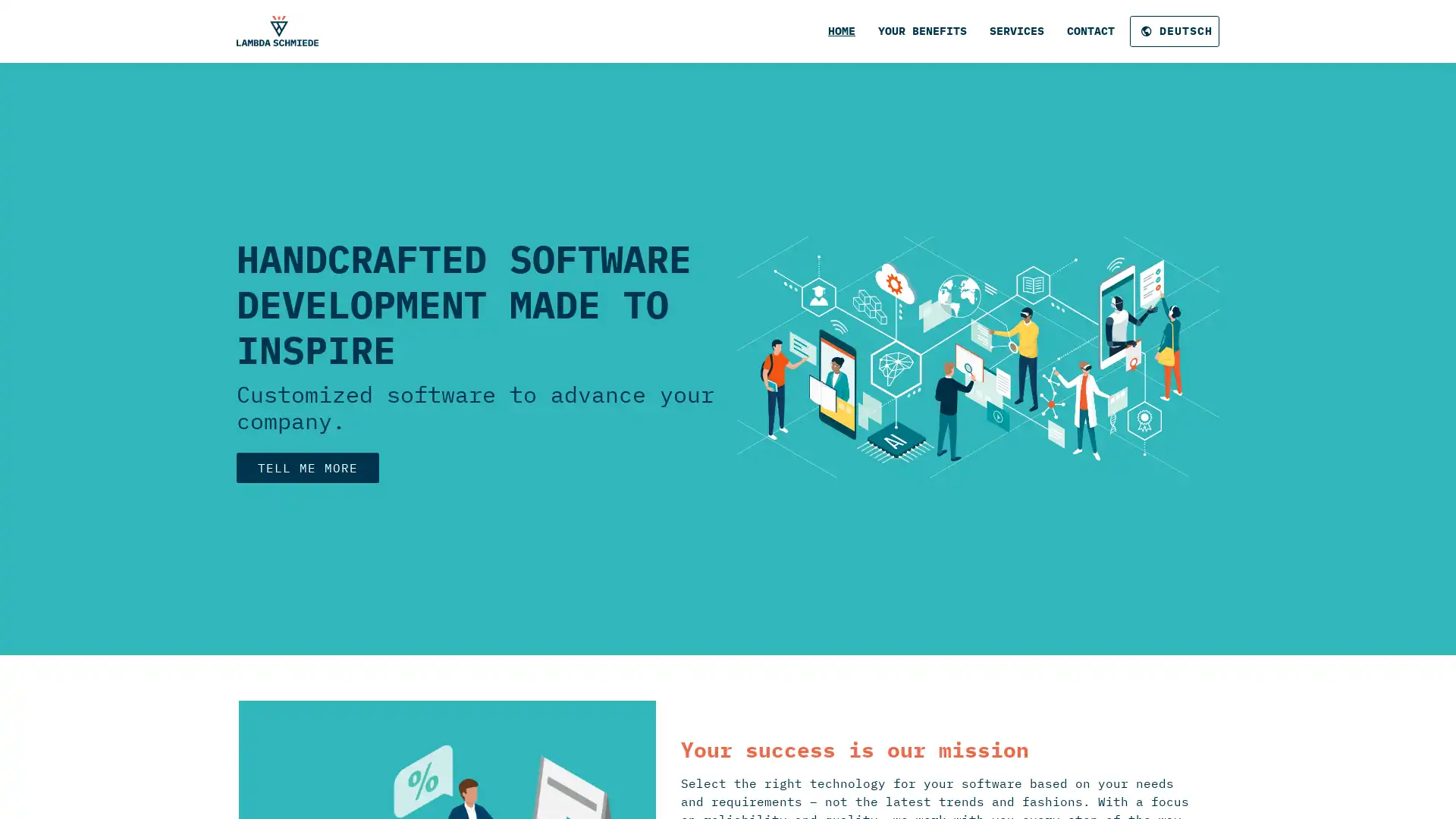 The image size is (1456, 819). Describe the element at coordinates (1174, 31) in the screenshot. I see `DEUTSCH` at that location.